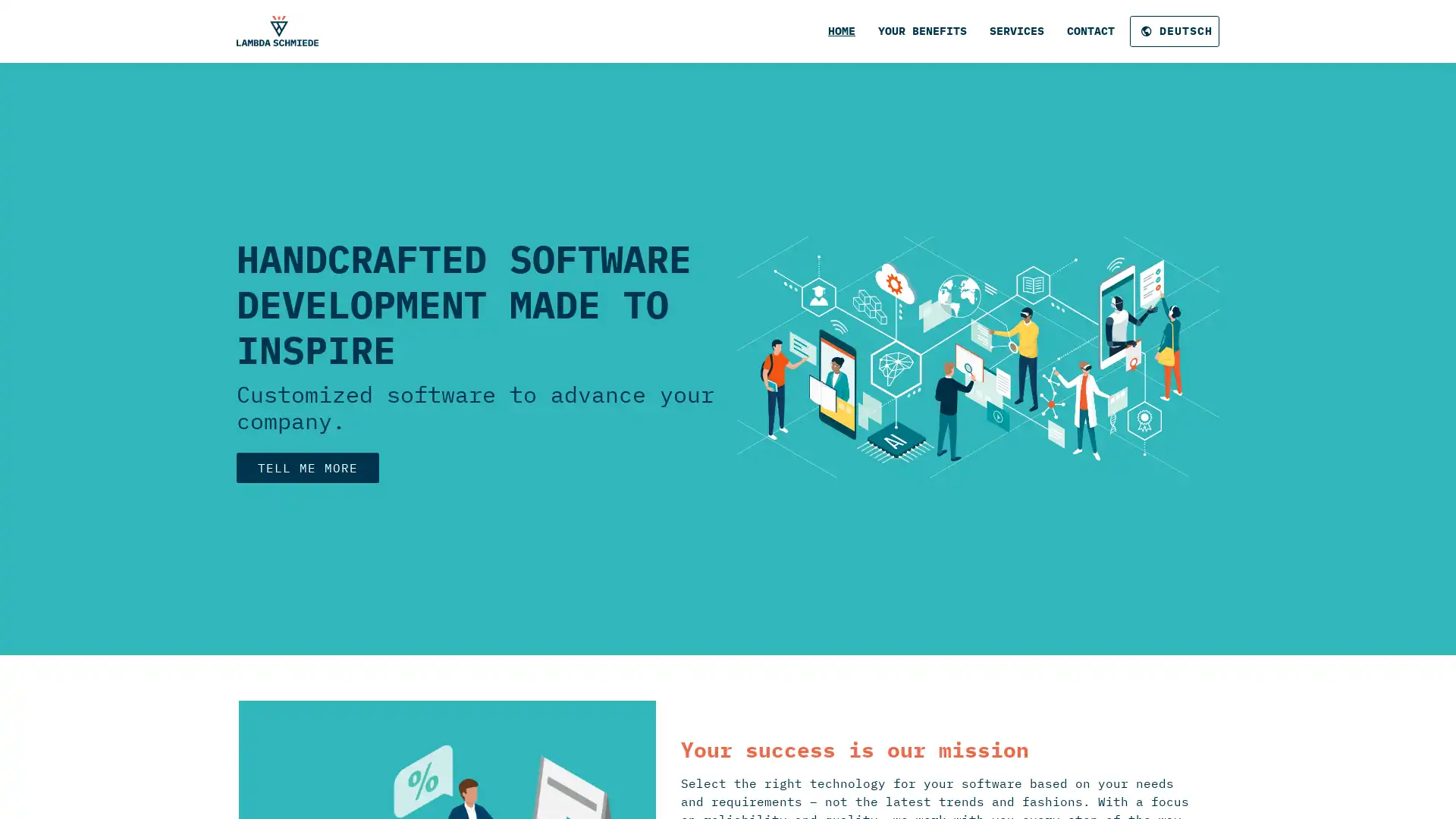 The image size is (1456, 819). Describe the element at coordinates (1174, 31) in the screenshot. I see `DEUTSCH` at that location.